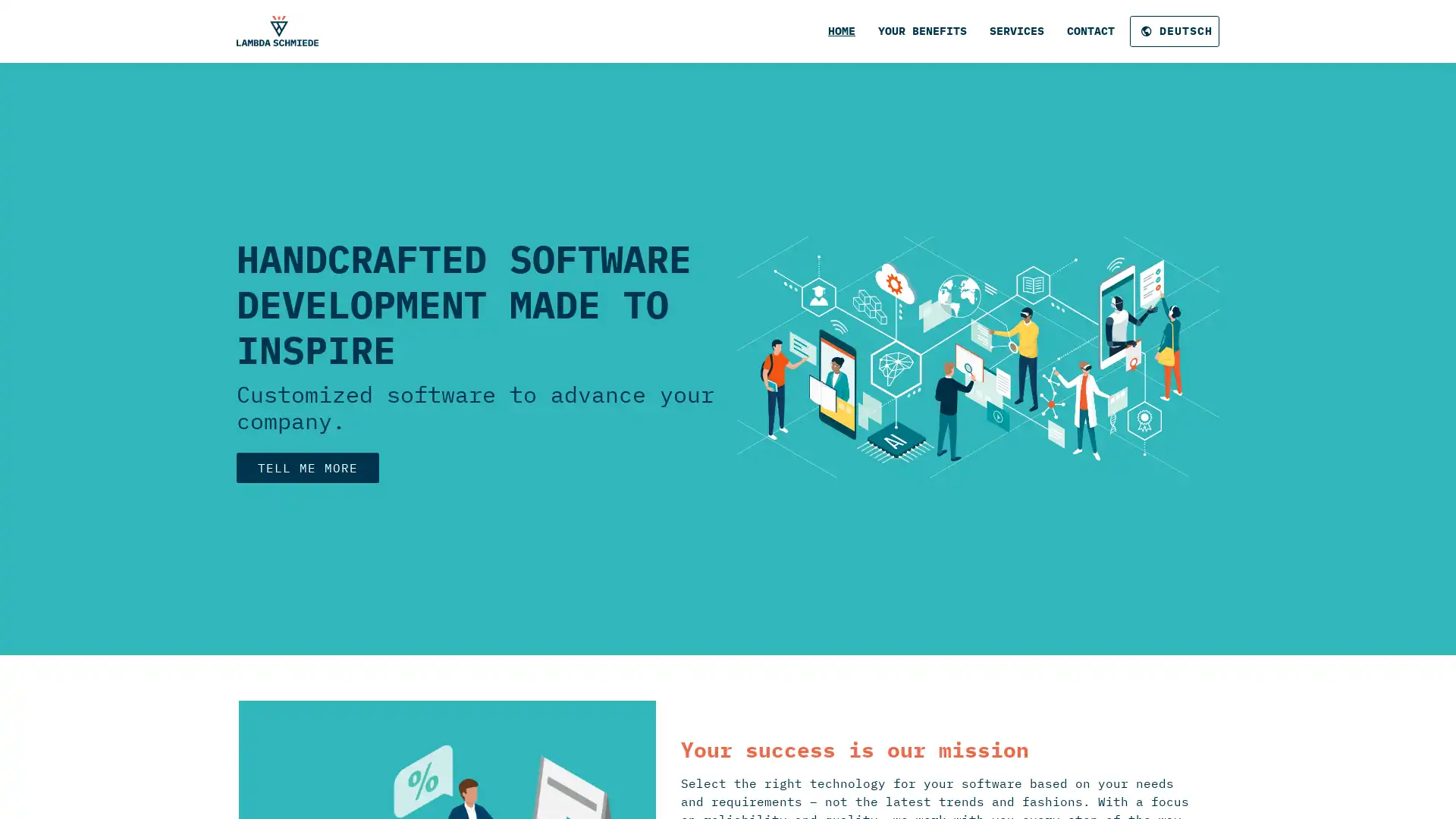 The image size is (1456, 819). Describe the element at coordinates (1174, 31) in the screenshot. I see `DEUTSCH` at that location.